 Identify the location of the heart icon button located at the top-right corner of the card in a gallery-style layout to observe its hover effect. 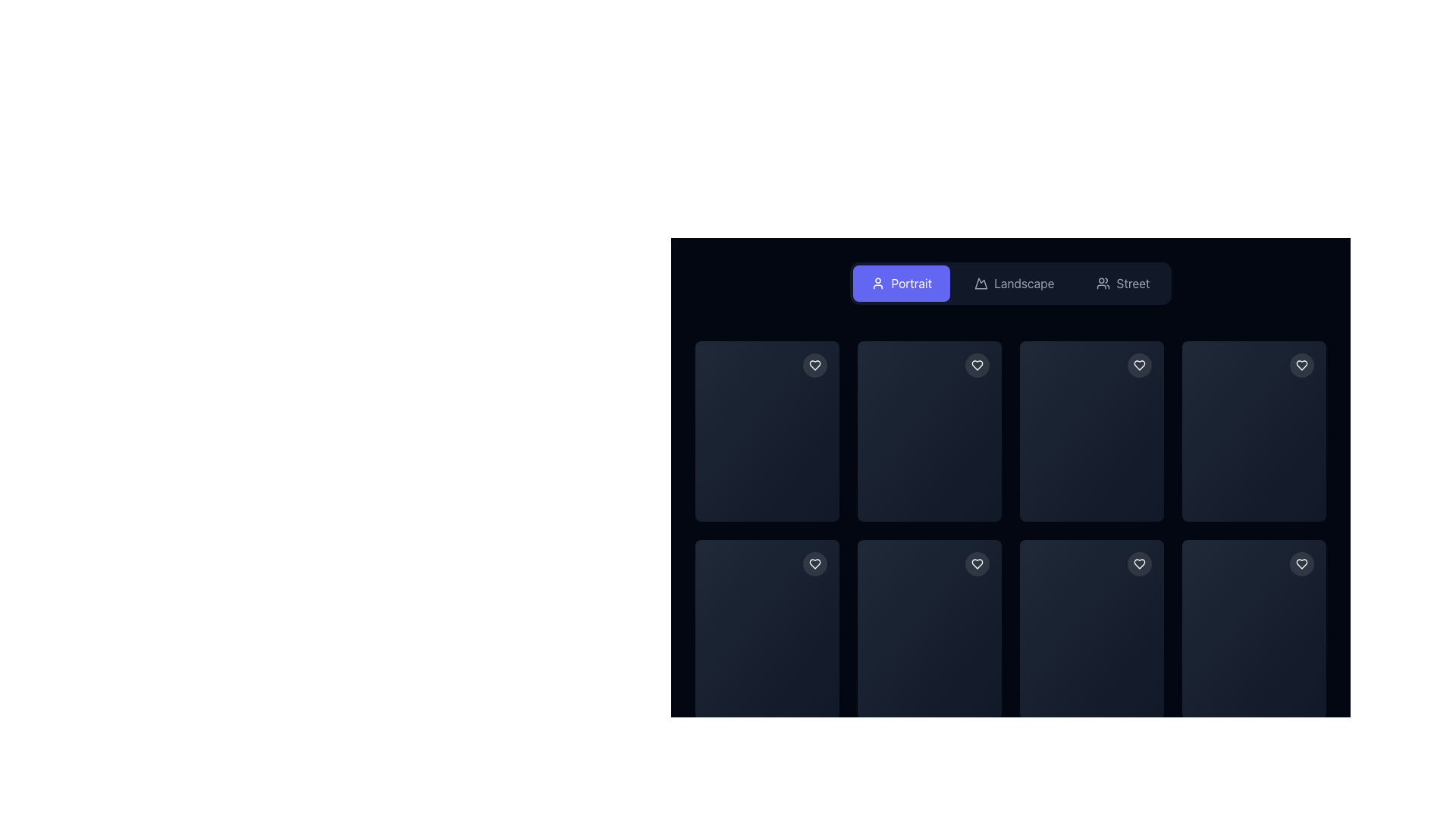
(977, 366).